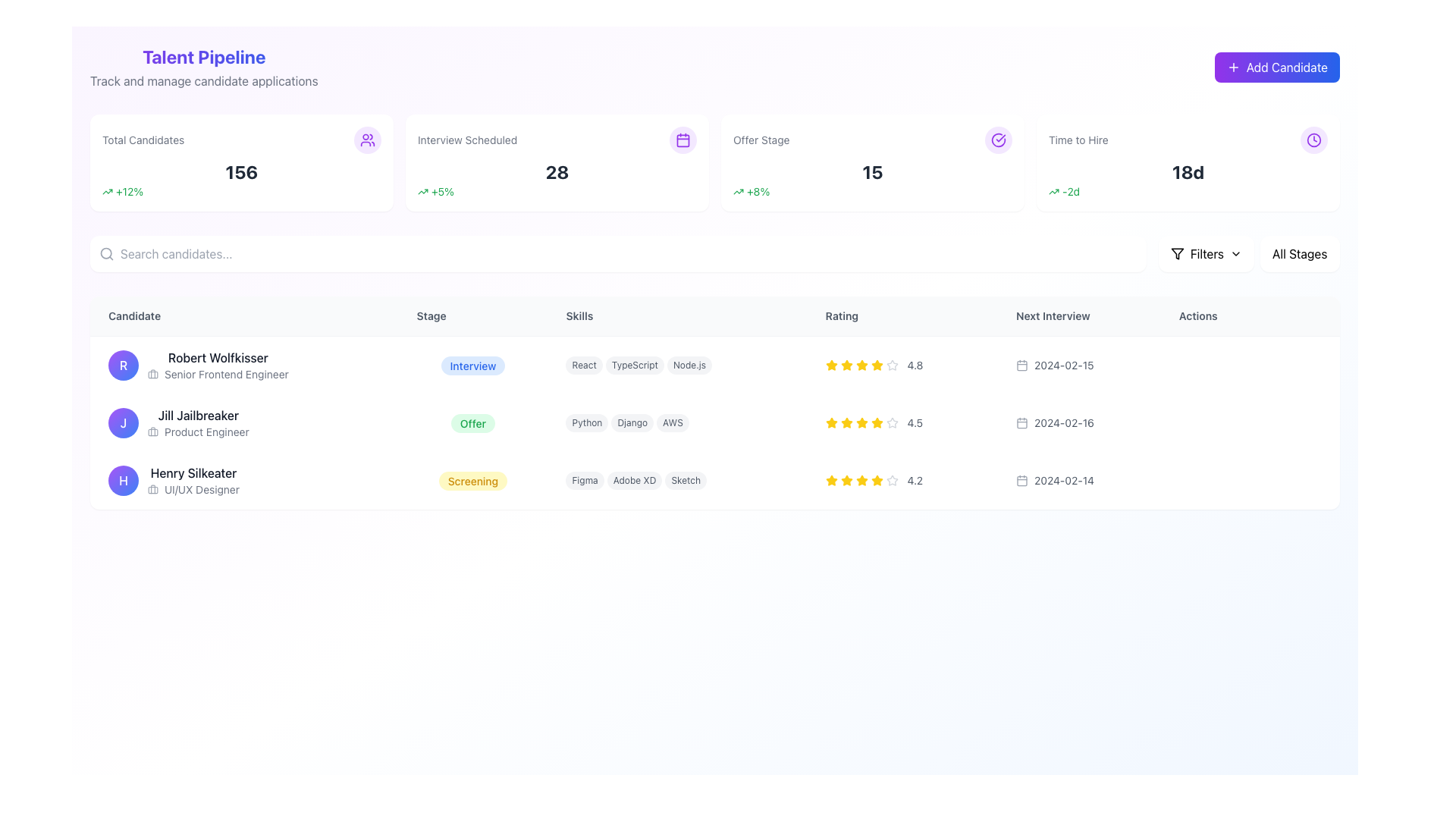 The width and height of the screenshot is (1456, 819). Describe the element at coordinates (861, 423) in the screenshot. I see `the yellow star icon that is the fourth in a sequence of five stars in the 'Rating' column of the second row of the data table` at that location.